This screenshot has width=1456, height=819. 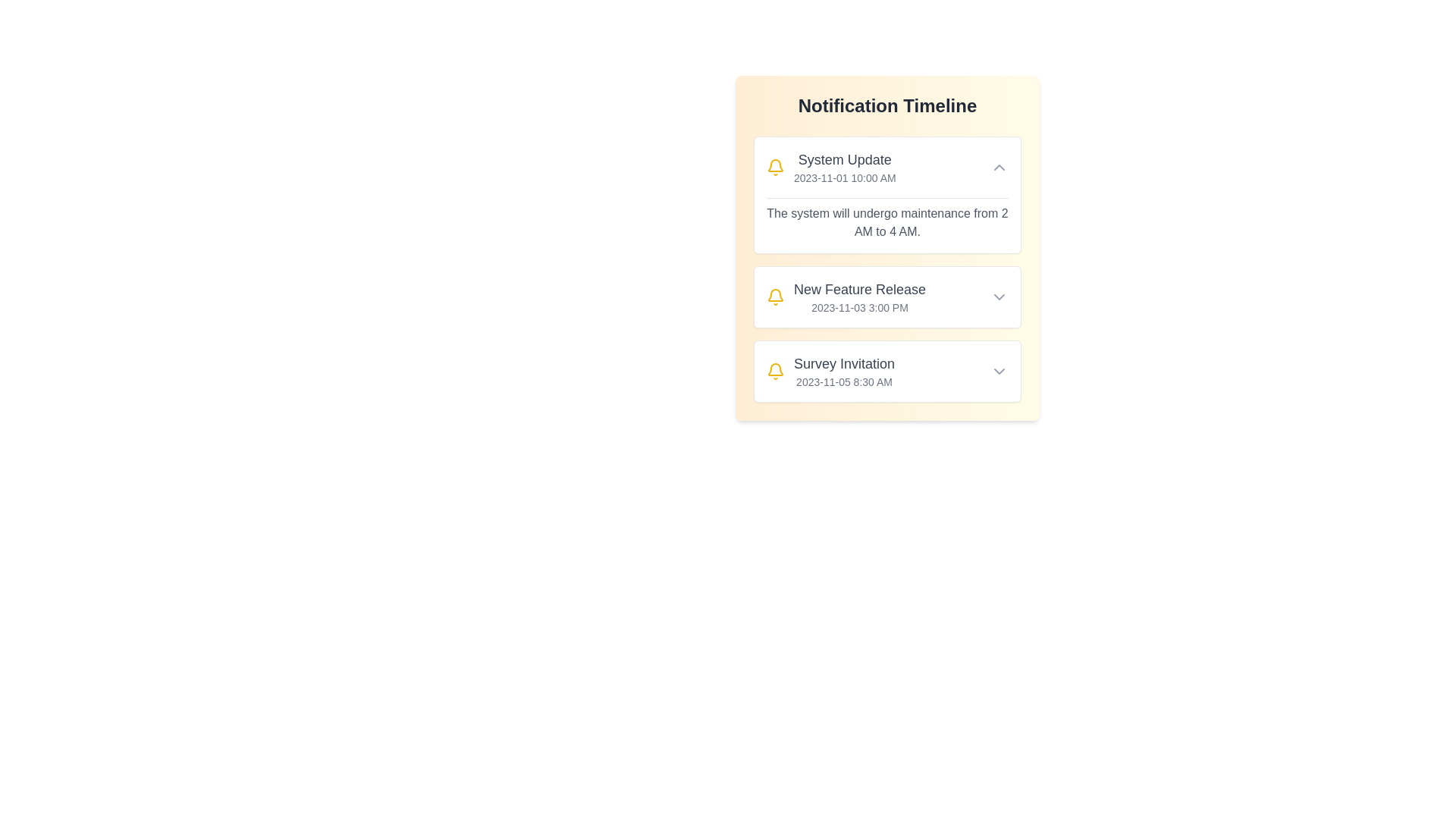 I want to click on the Text label that provides the timestamp for the 'New Feature Release' notification, located inside the notification box below the title, so click(x=860, y=307).